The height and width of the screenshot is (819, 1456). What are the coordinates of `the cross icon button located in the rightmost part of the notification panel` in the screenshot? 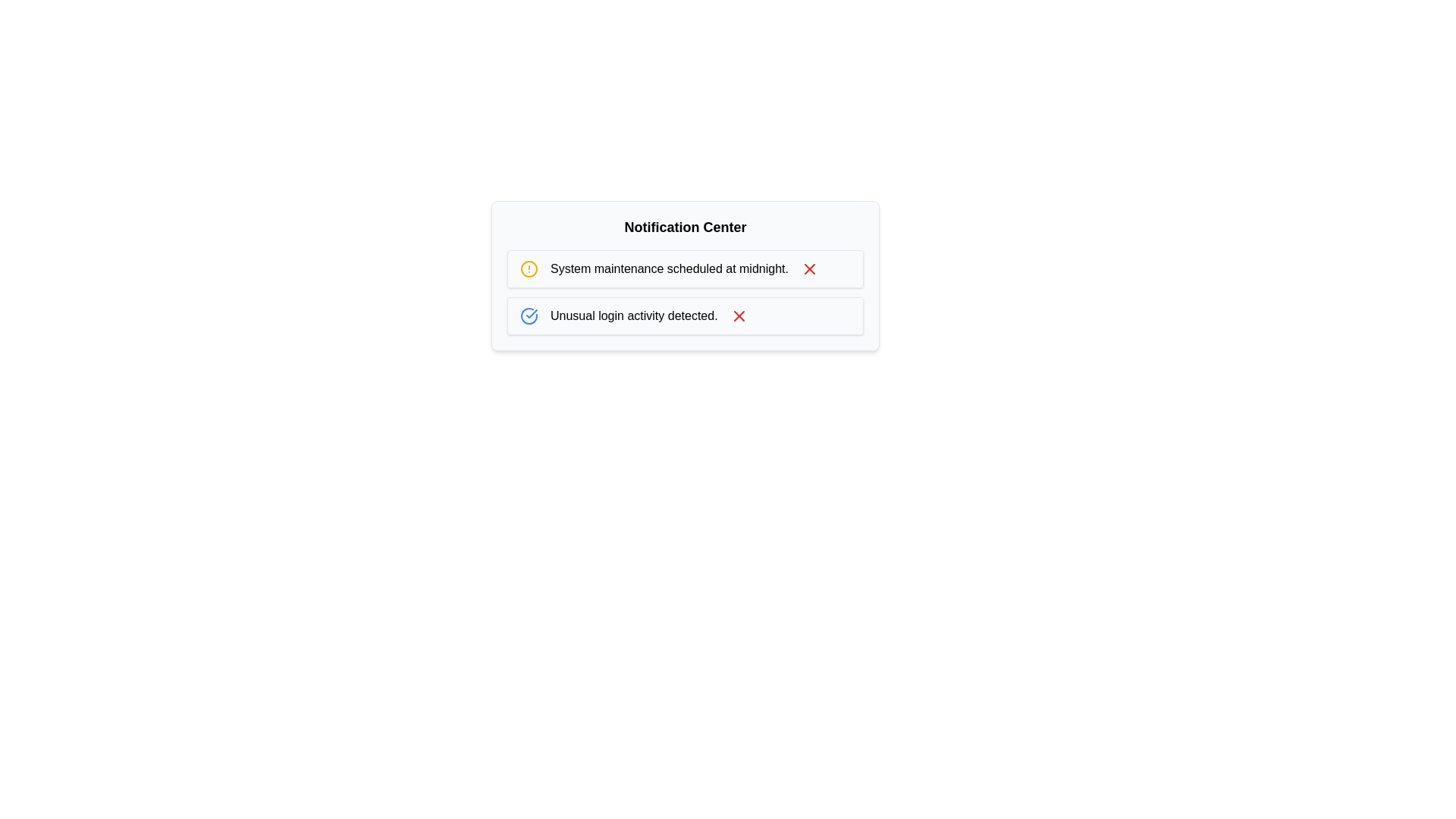 It's located at (739, 315).